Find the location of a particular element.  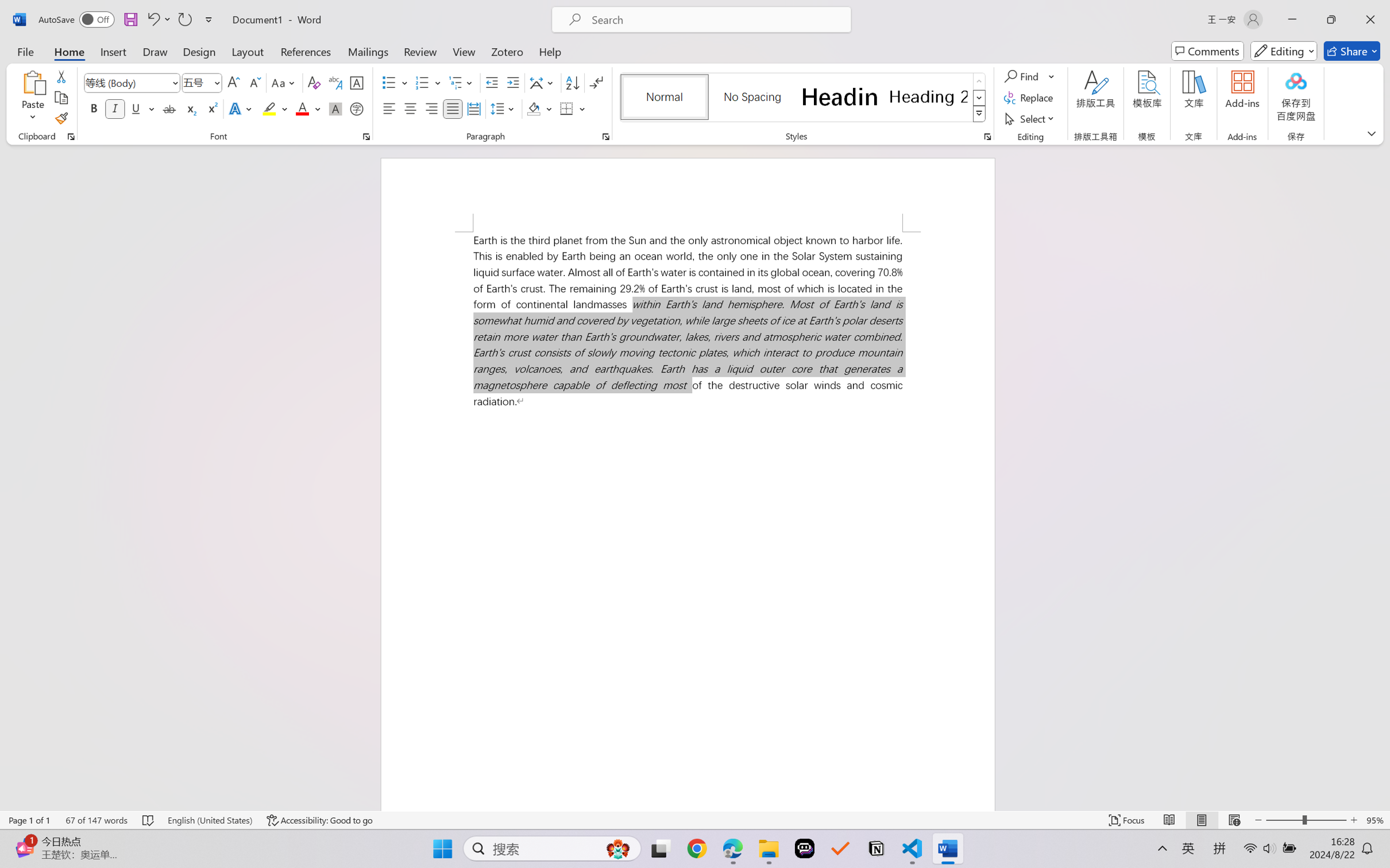

'Styles...' is located at coordinates (987, 136).